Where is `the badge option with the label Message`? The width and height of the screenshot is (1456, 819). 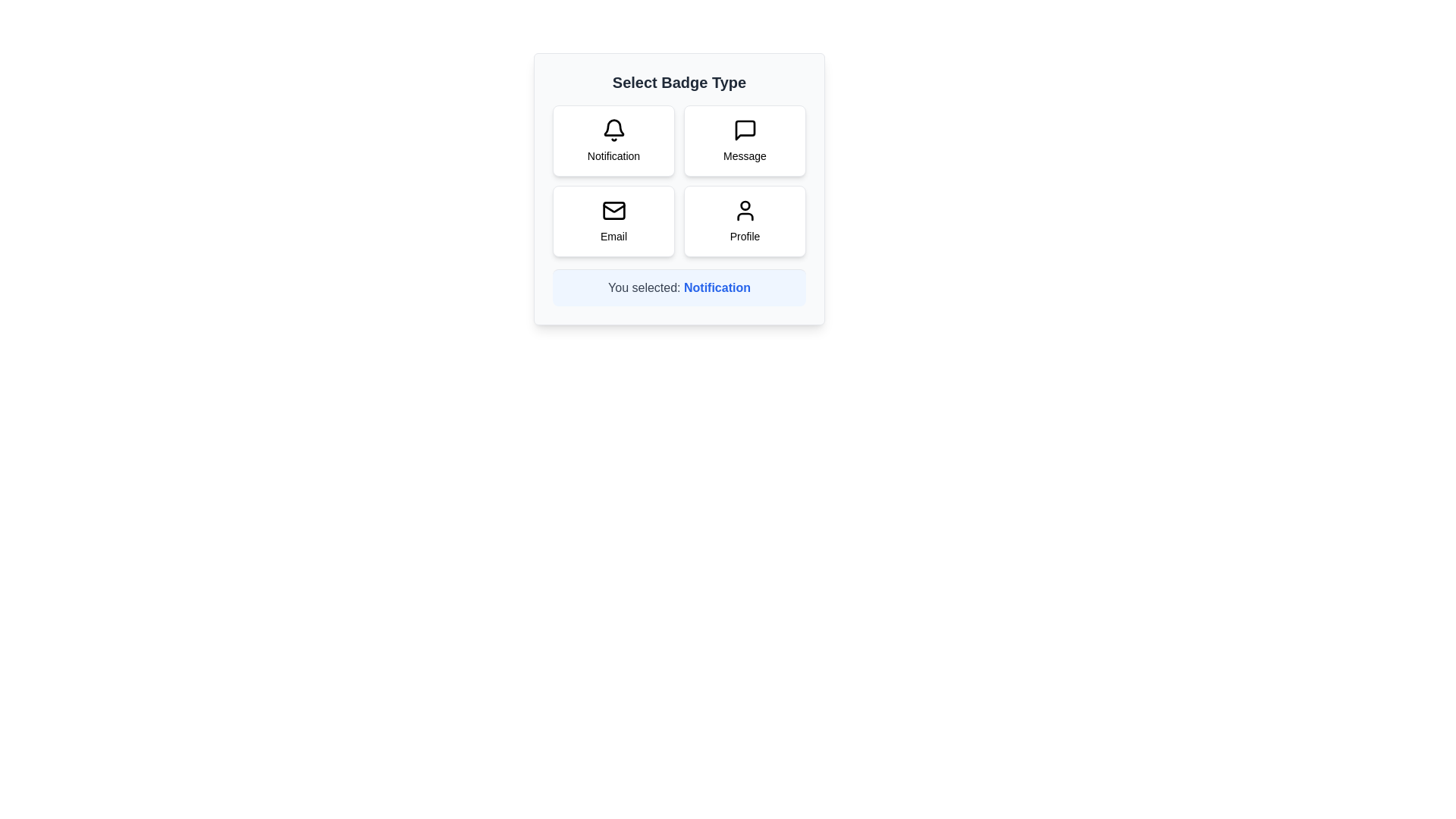
the badge option with the label Message is located at coordinates (745, 140).